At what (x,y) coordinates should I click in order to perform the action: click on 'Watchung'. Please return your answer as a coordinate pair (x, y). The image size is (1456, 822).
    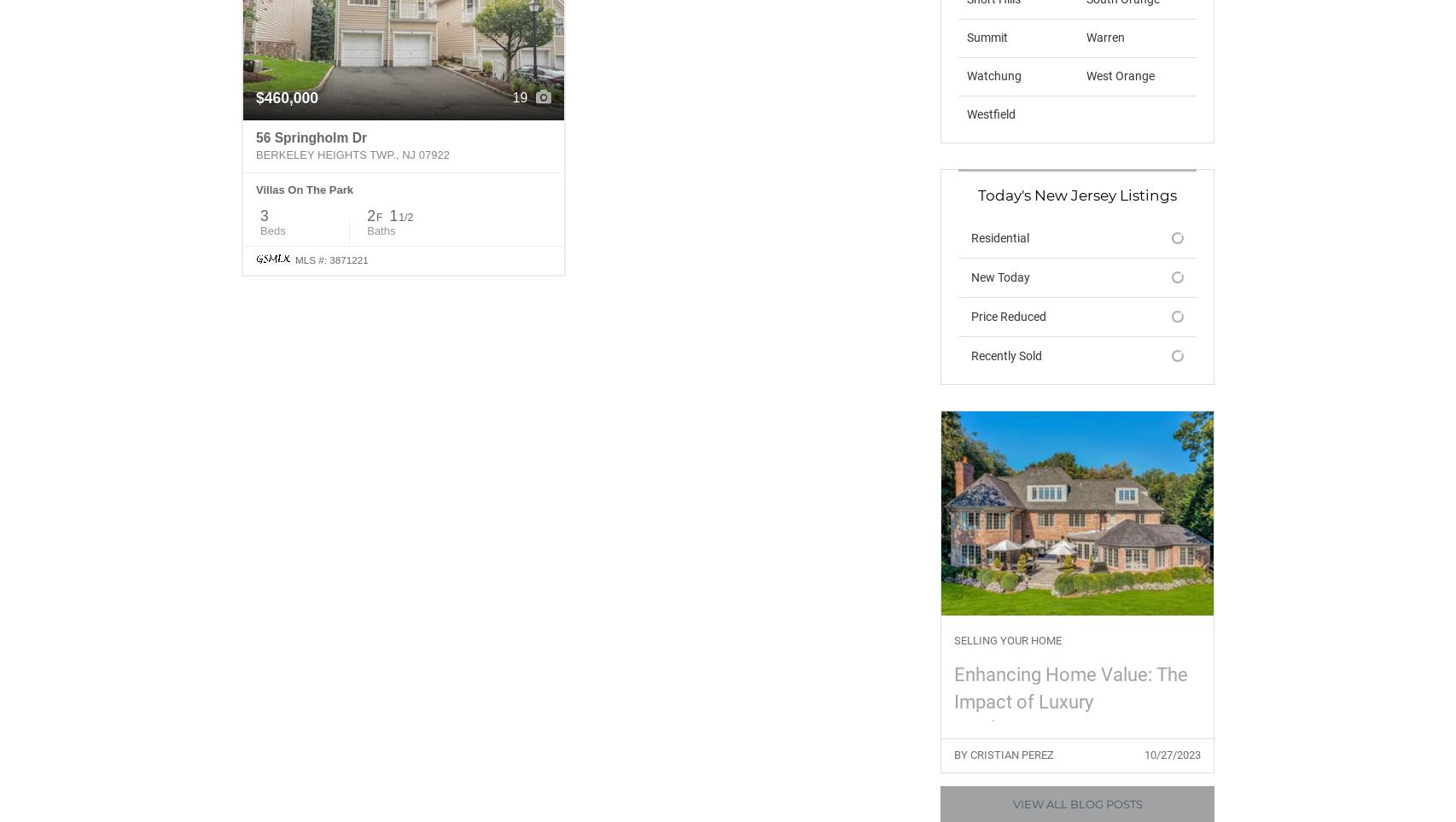
    Looking at the image, I should click on (994, 74).